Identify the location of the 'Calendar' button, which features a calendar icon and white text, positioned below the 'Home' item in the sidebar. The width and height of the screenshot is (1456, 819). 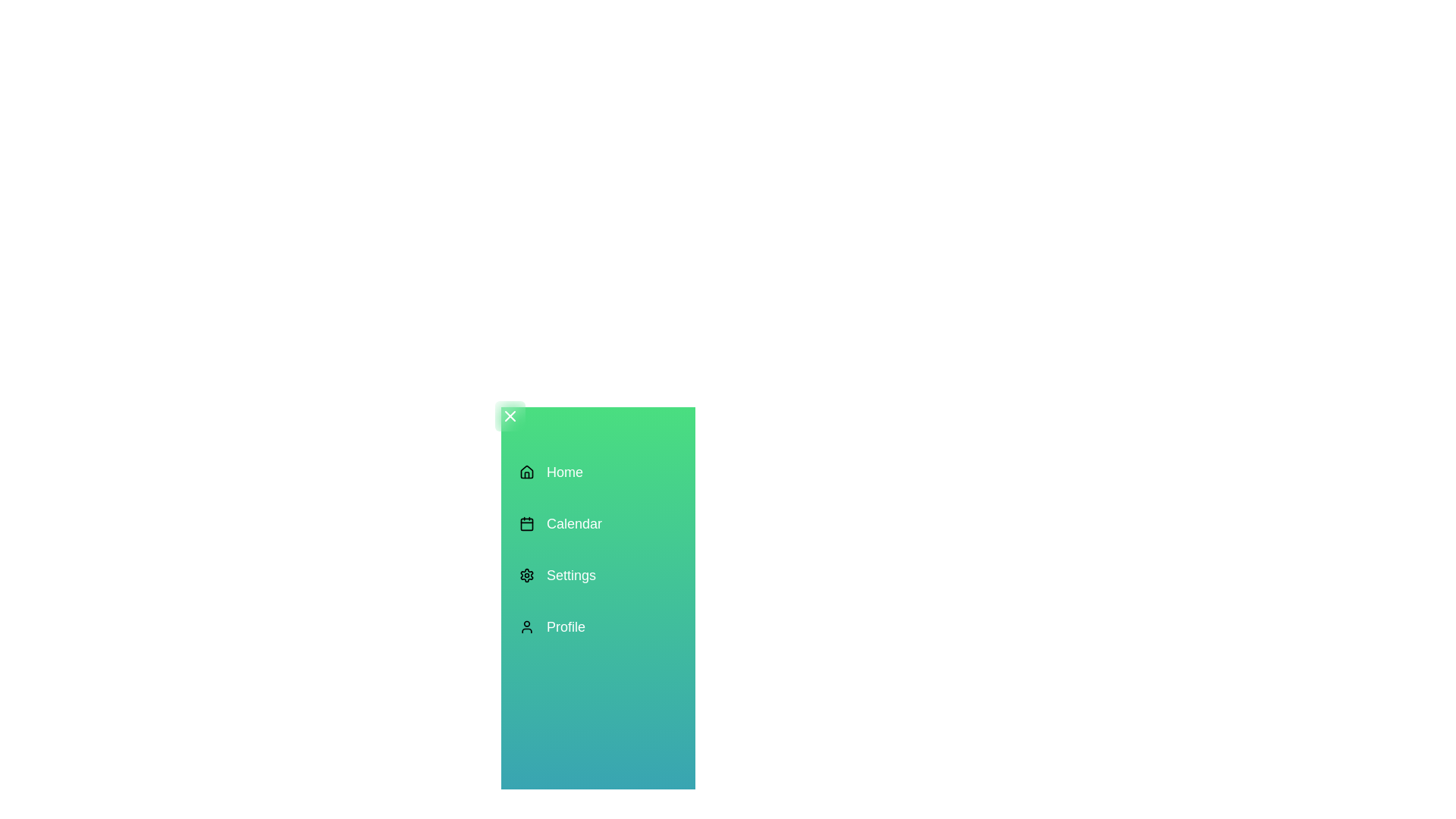
(560, 522).